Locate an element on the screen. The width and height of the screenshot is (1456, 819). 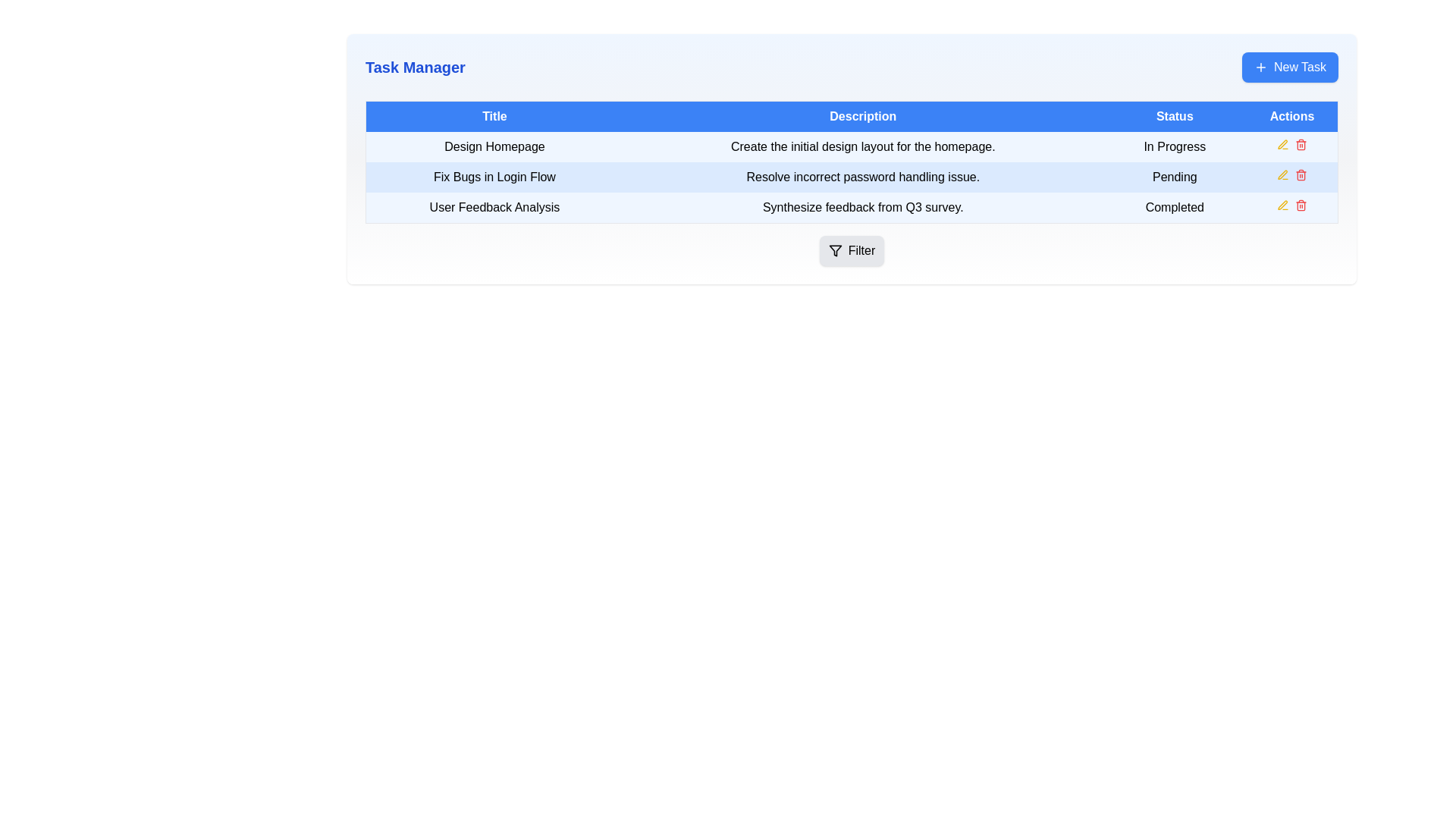
the delete icon (trash can) in the 'Actions' column of the last row for 'User Feedback Analysis' to initiate the delete action is located at coordinates (1300, 205).